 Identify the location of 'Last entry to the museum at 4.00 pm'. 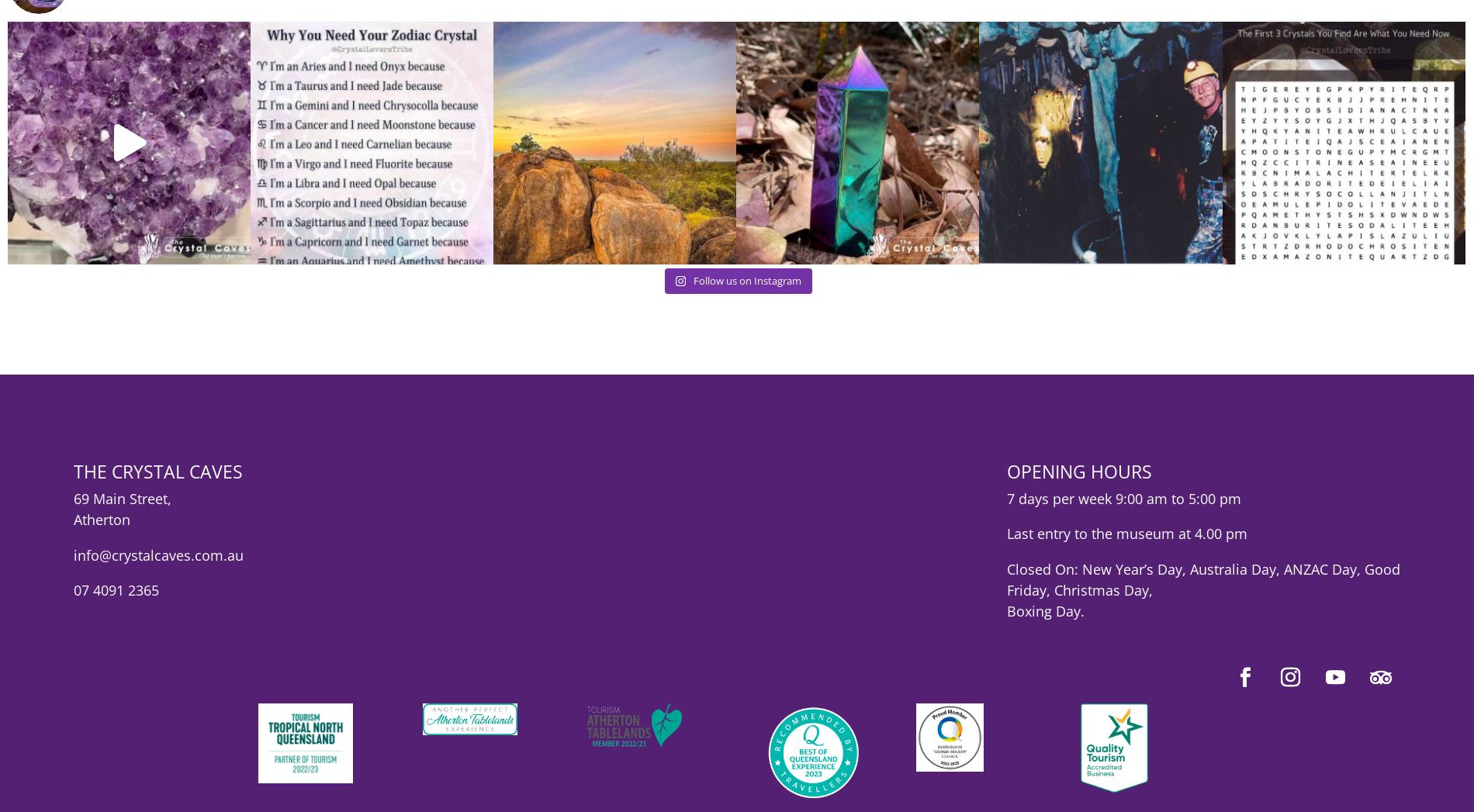
(1126, 544).